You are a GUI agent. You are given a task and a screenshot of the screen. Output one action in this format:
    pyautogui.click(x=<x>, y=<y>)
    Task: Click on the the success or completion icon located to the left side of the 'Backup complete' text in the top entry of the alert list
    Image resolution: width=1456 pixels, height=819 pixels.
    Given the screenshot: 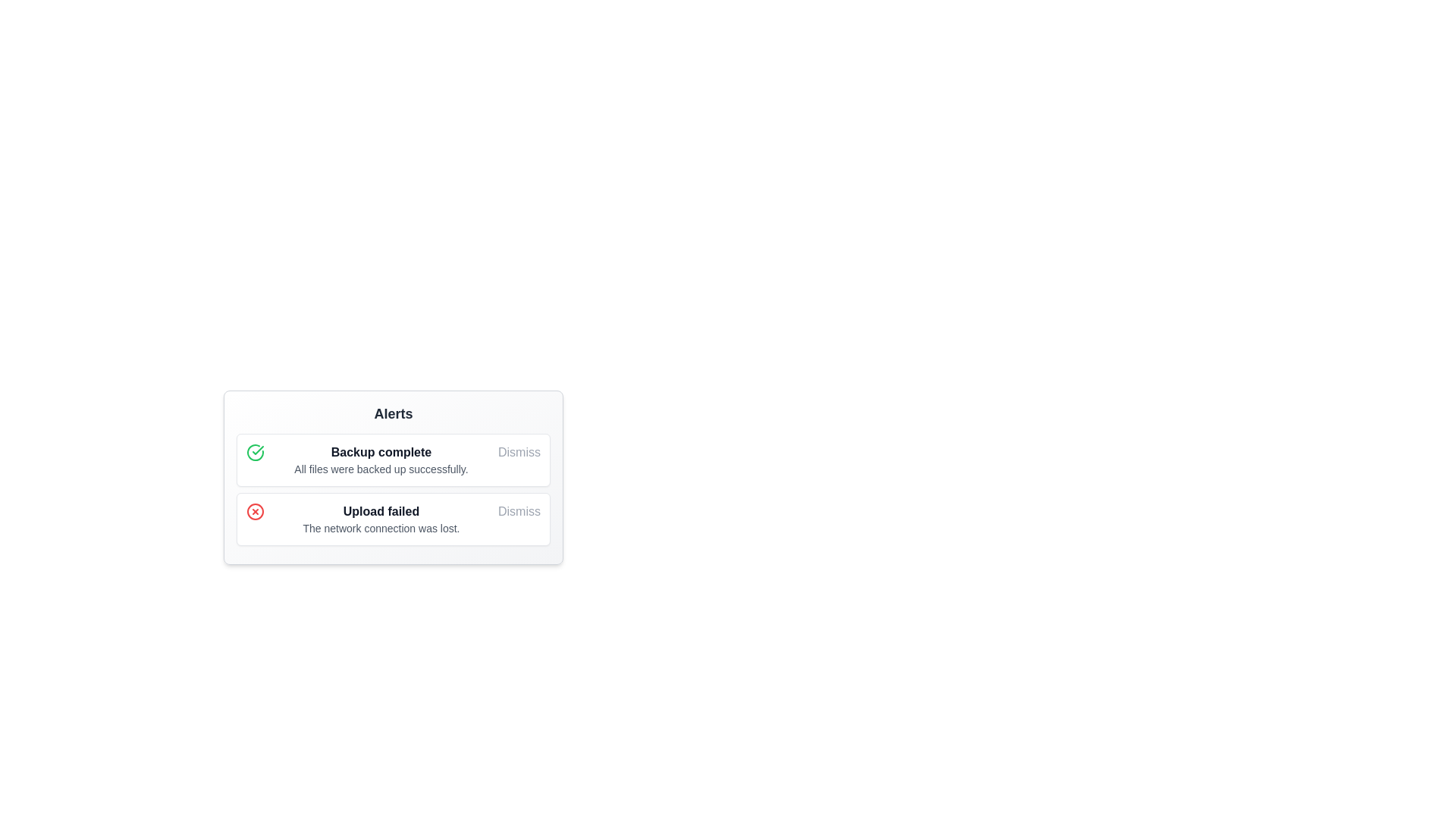 What is the action you would take?
    pyautogui.click(x=255, y=452)
    